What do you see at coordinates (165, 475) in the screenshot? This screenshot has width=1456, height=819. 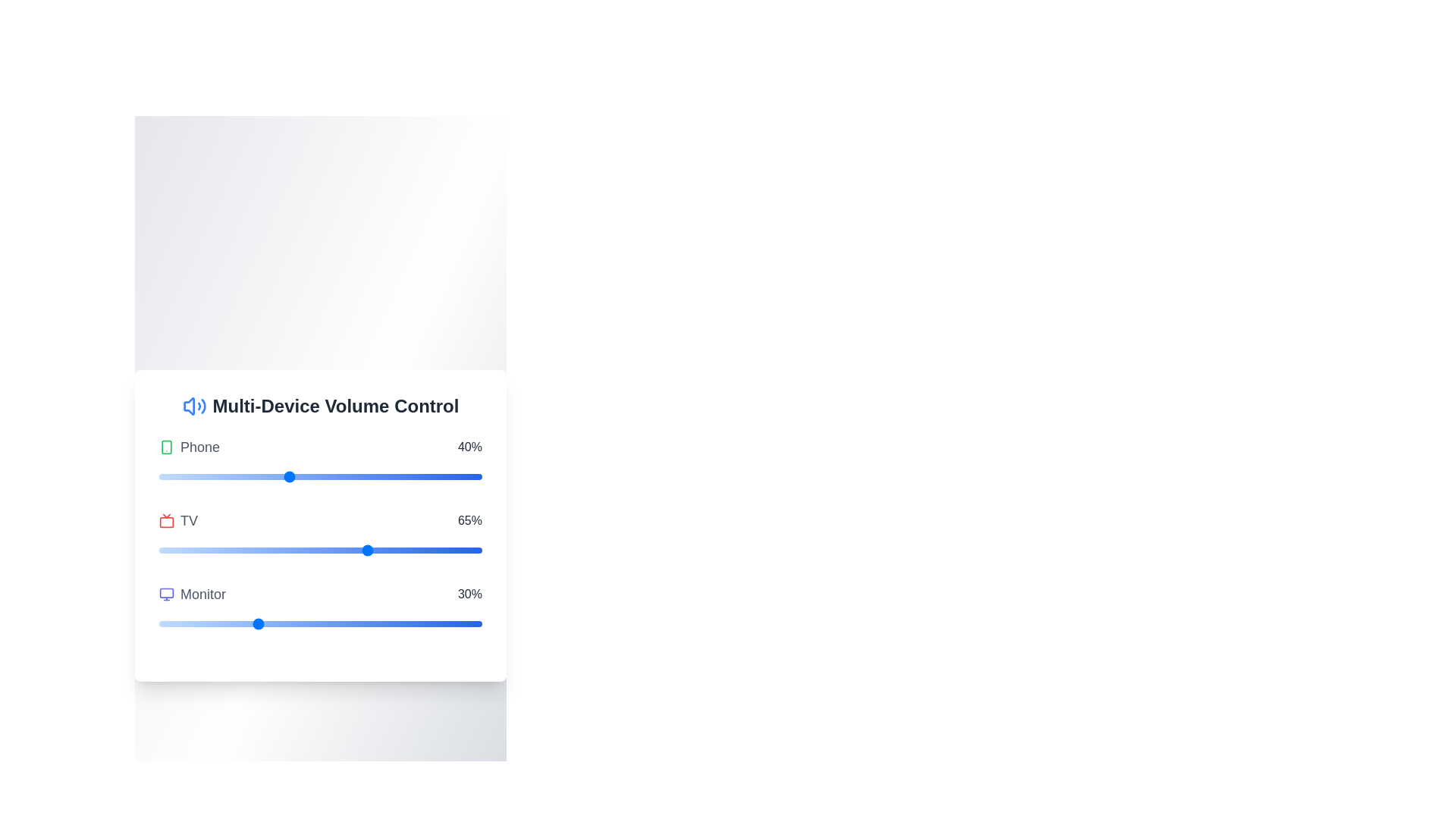 I see `the volume for the phone` at bounding box center [165, 475].